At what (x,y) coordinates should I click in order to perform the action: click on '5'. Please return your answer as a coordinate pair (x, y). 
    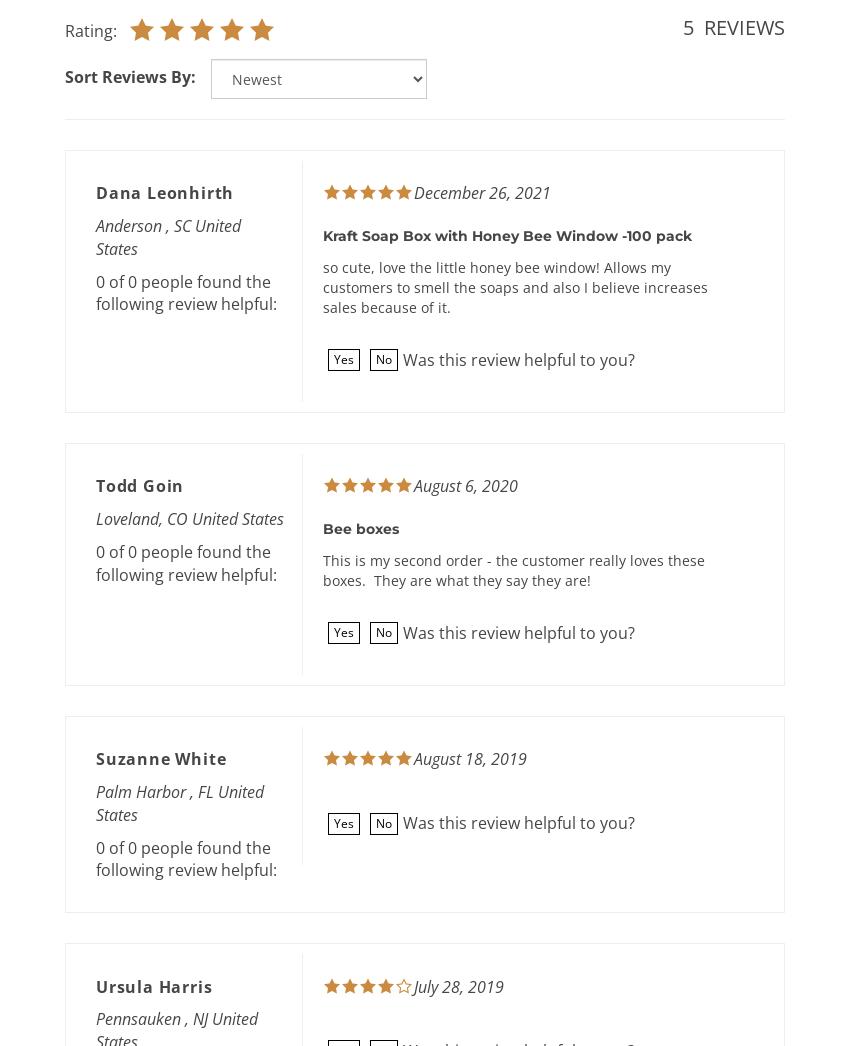
    Looking at the image, I should click on (687, 26).